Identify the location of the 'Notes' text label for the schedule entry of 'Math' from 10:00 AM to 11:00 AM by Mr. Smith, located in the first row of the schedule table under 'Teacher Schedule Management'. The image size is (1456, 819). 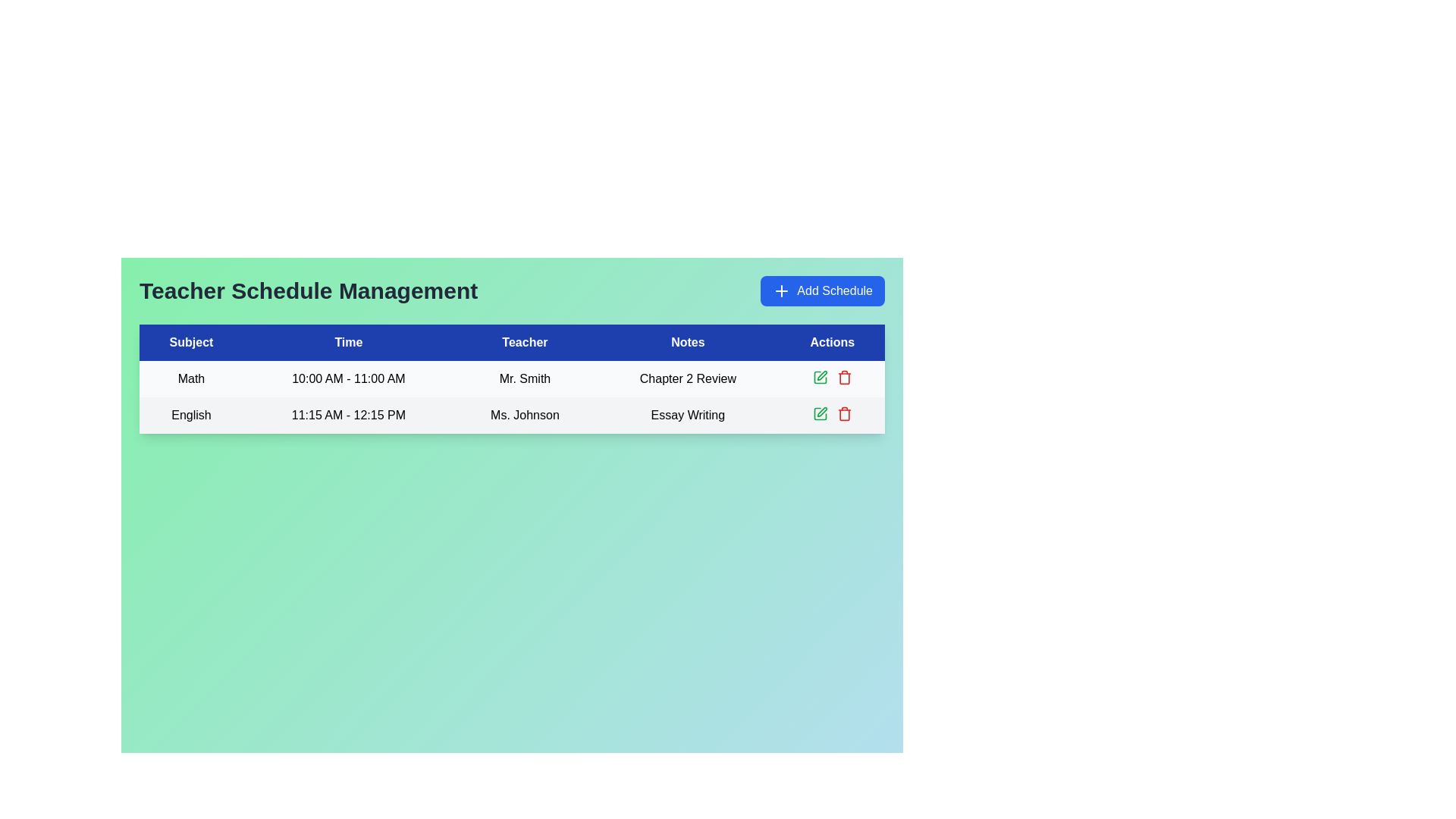
(687, 378).